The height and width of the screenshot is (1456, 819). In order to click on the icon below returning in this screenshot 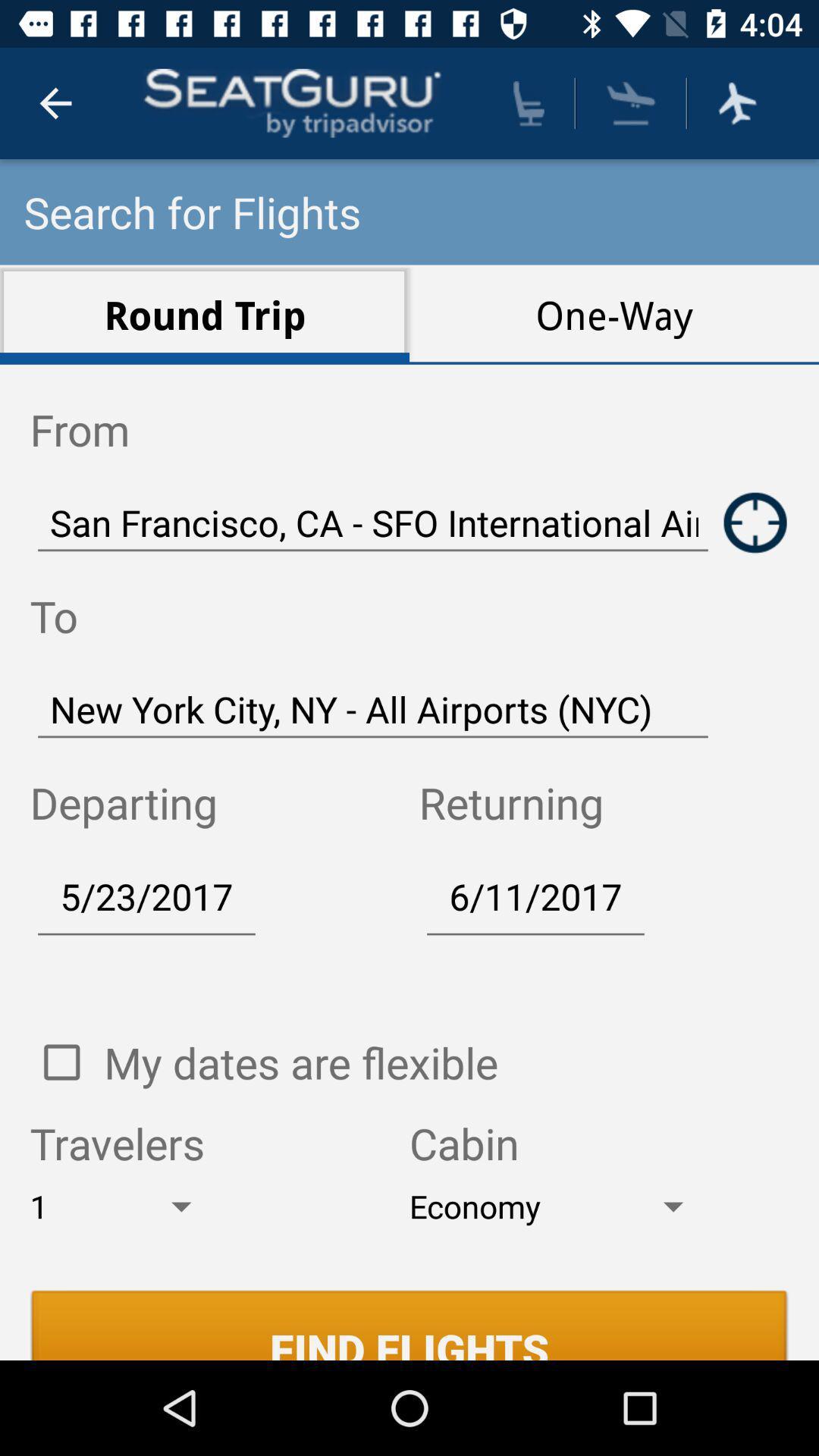, I will do `click(535, 896)`.